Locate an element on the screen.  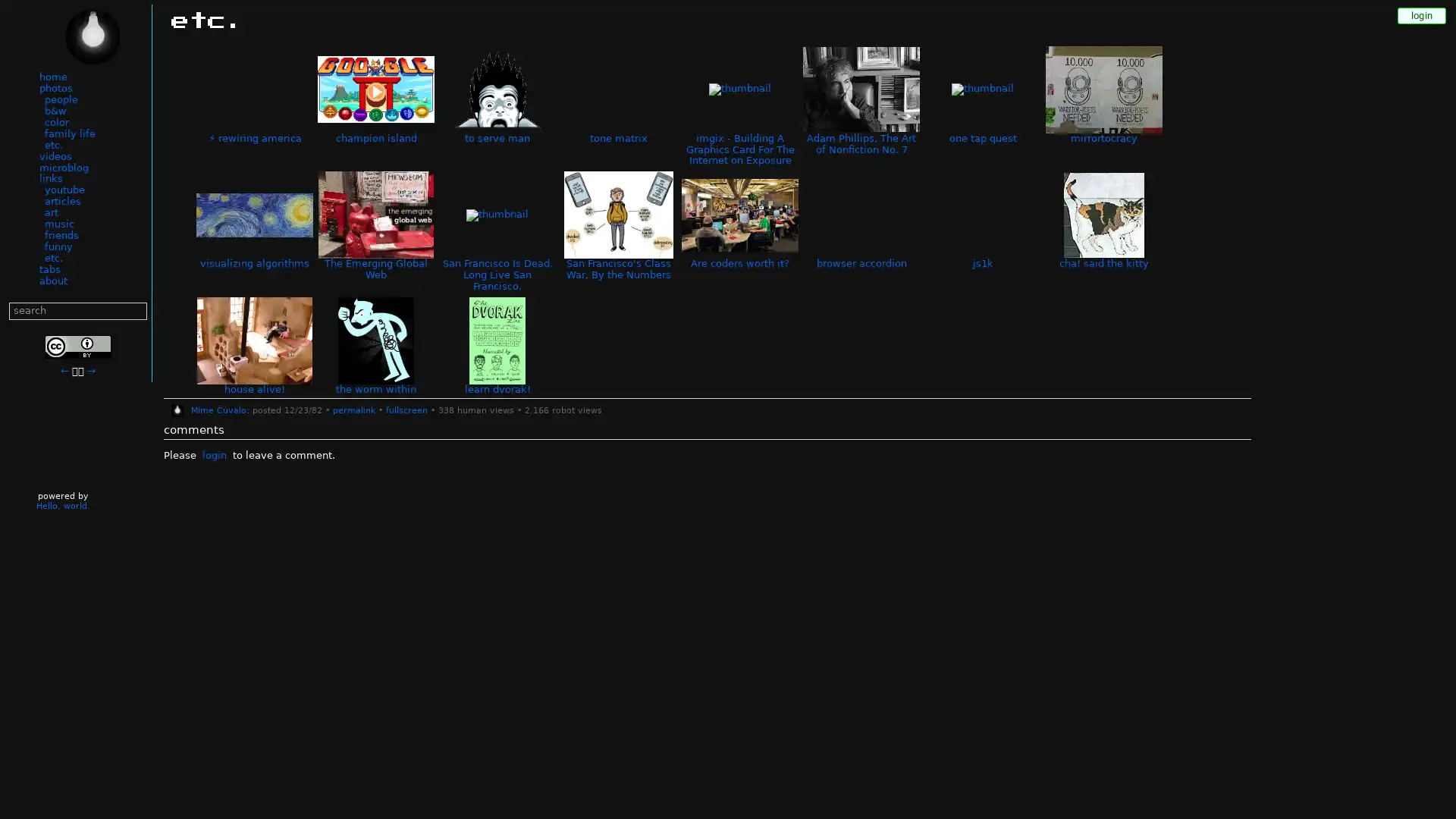
login is located at coordinates (213, 455).